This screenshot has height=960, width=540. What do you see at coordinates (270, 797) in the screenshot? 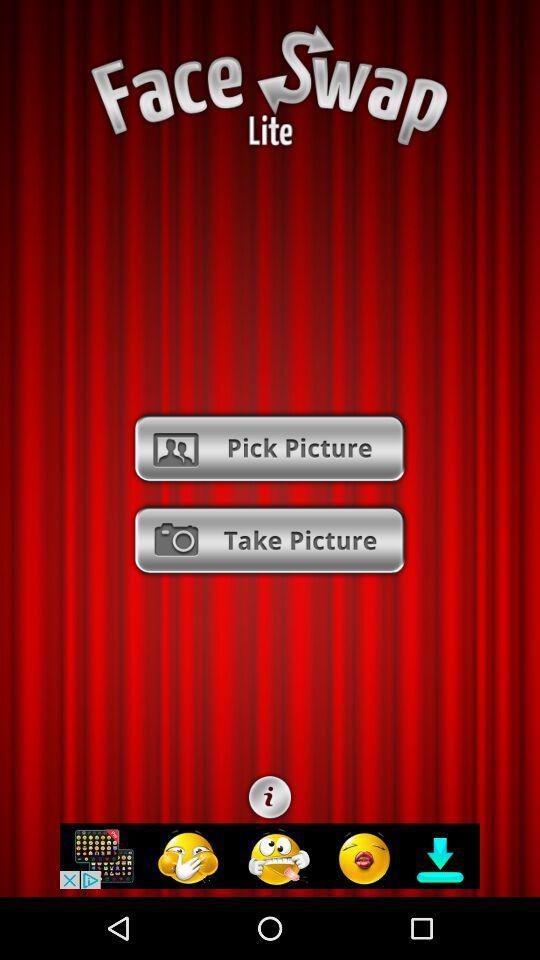
I see `read information` at bounding box center [270, 797].